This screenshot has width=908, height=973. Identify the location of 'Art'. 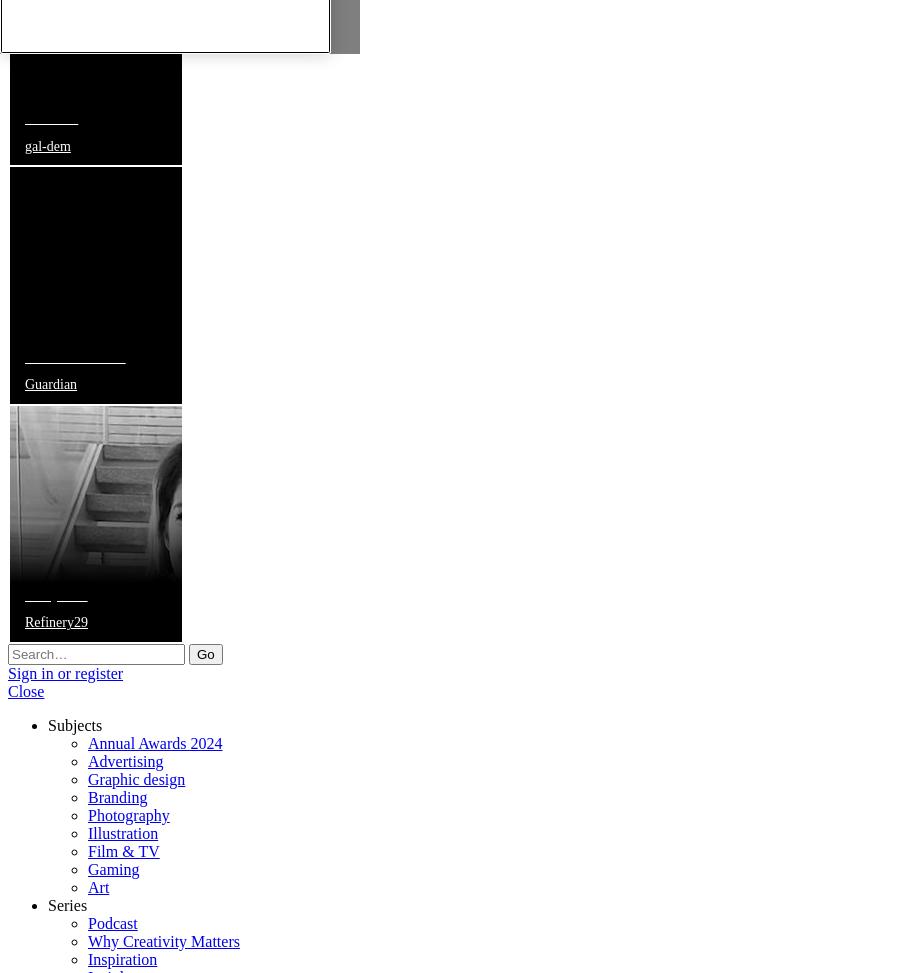
(97, 886).